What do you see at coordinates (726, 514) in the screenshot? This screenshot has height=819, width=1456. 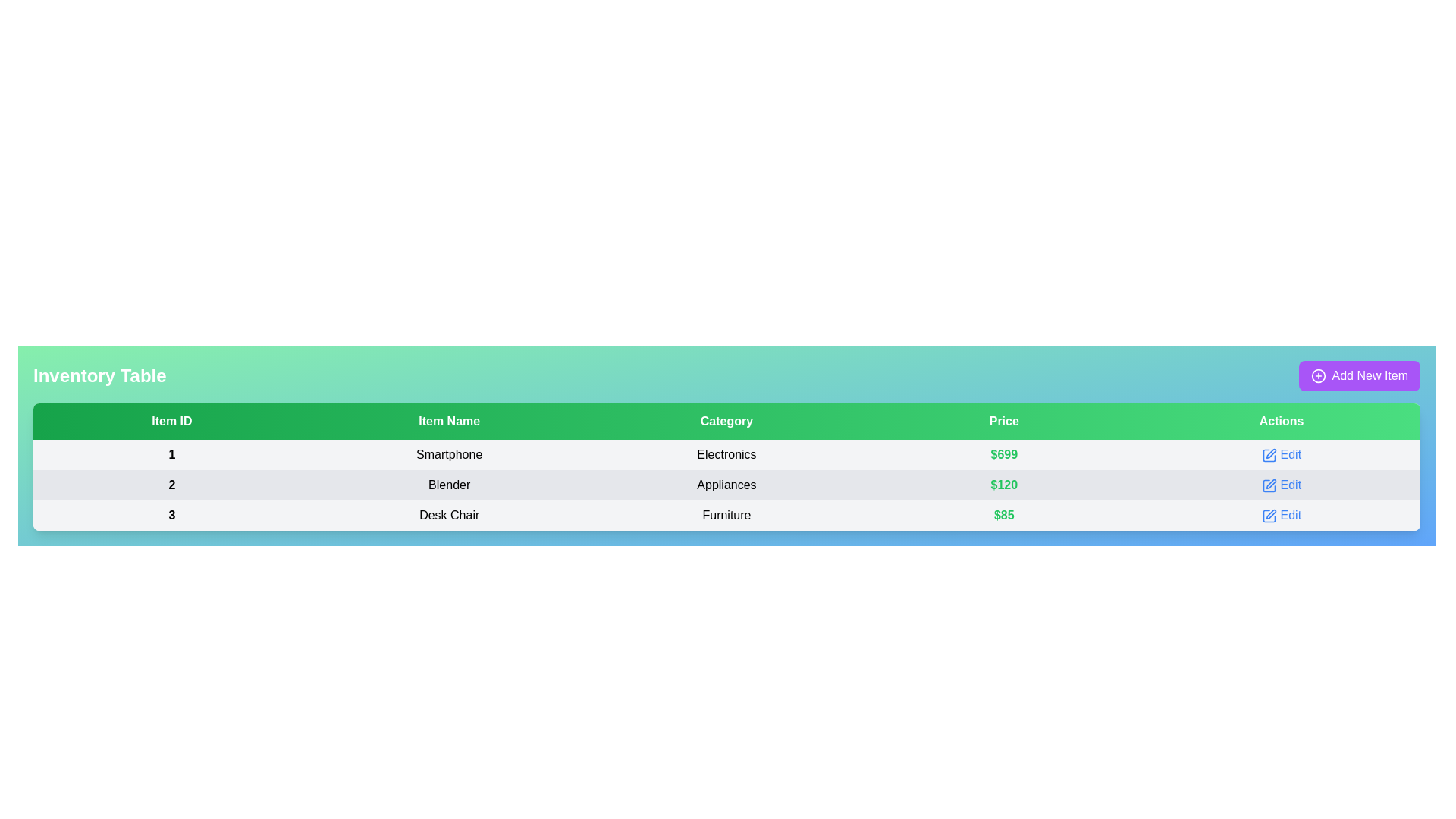 I see `the label indicating the category of the item 'Desk Chair' located in the 'Category' column of the table` at bounding box center [726, 514].